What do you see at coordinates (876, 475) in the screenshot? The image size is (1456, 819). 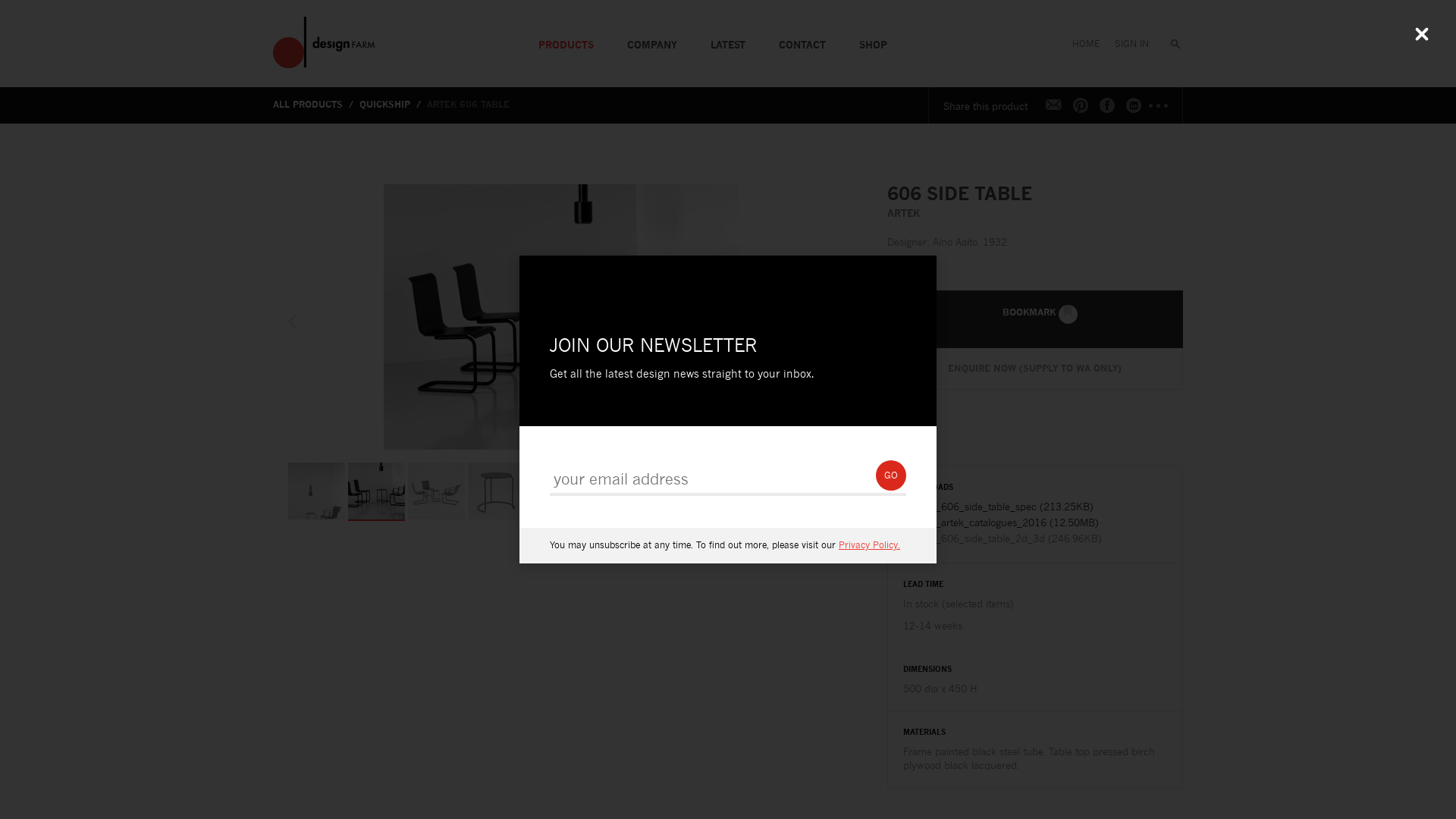 I see `'GO'` at bounding box center [876, 475].